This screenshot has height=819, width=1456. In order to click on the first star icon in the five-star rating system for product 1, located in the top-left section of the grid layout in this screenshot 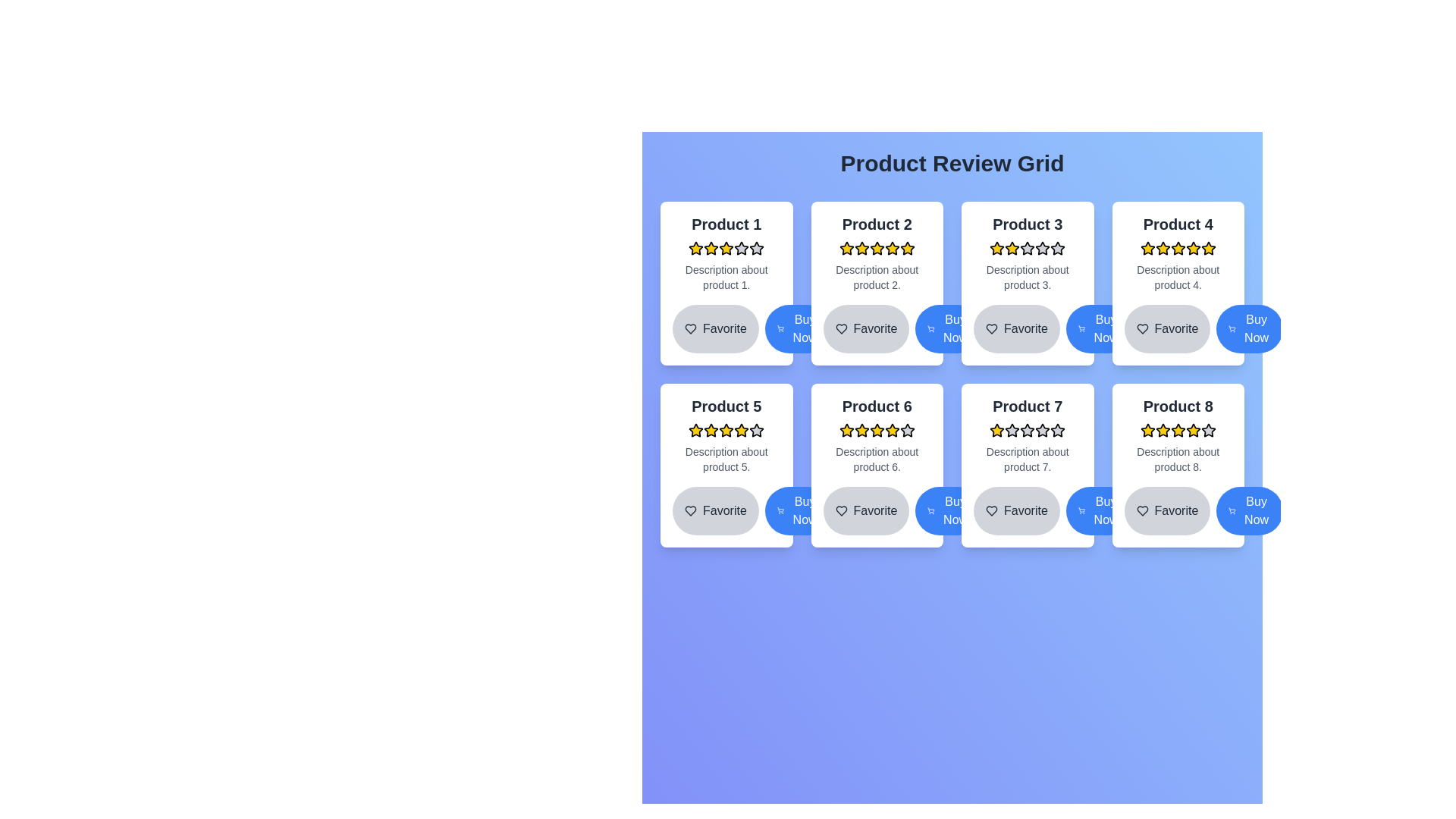, I will do `click(695, 247)`.